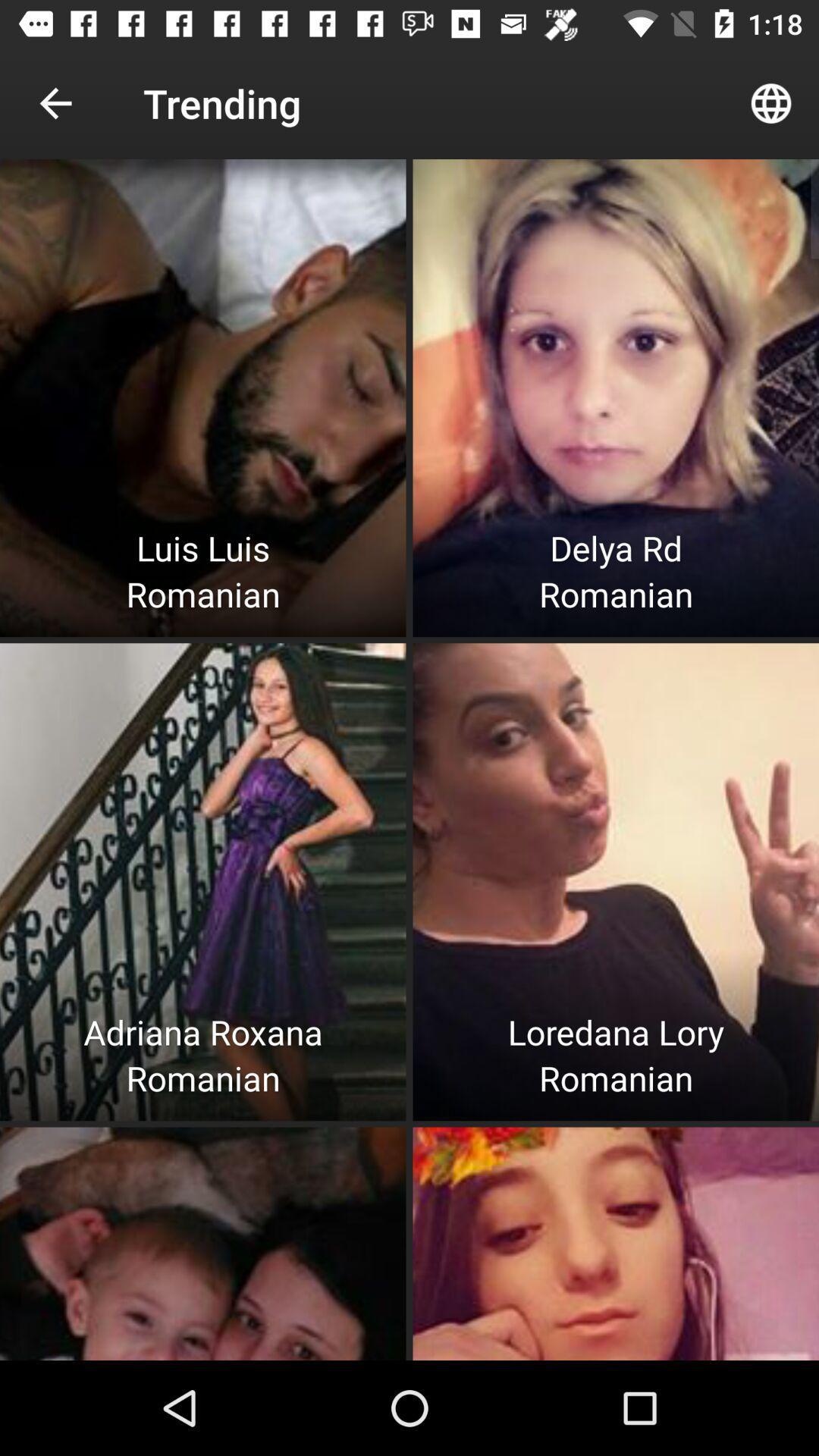 Image resolution: width=819 pixels, height=1456 pixels. I want to click on icon next to trending item, so click(55, 102).